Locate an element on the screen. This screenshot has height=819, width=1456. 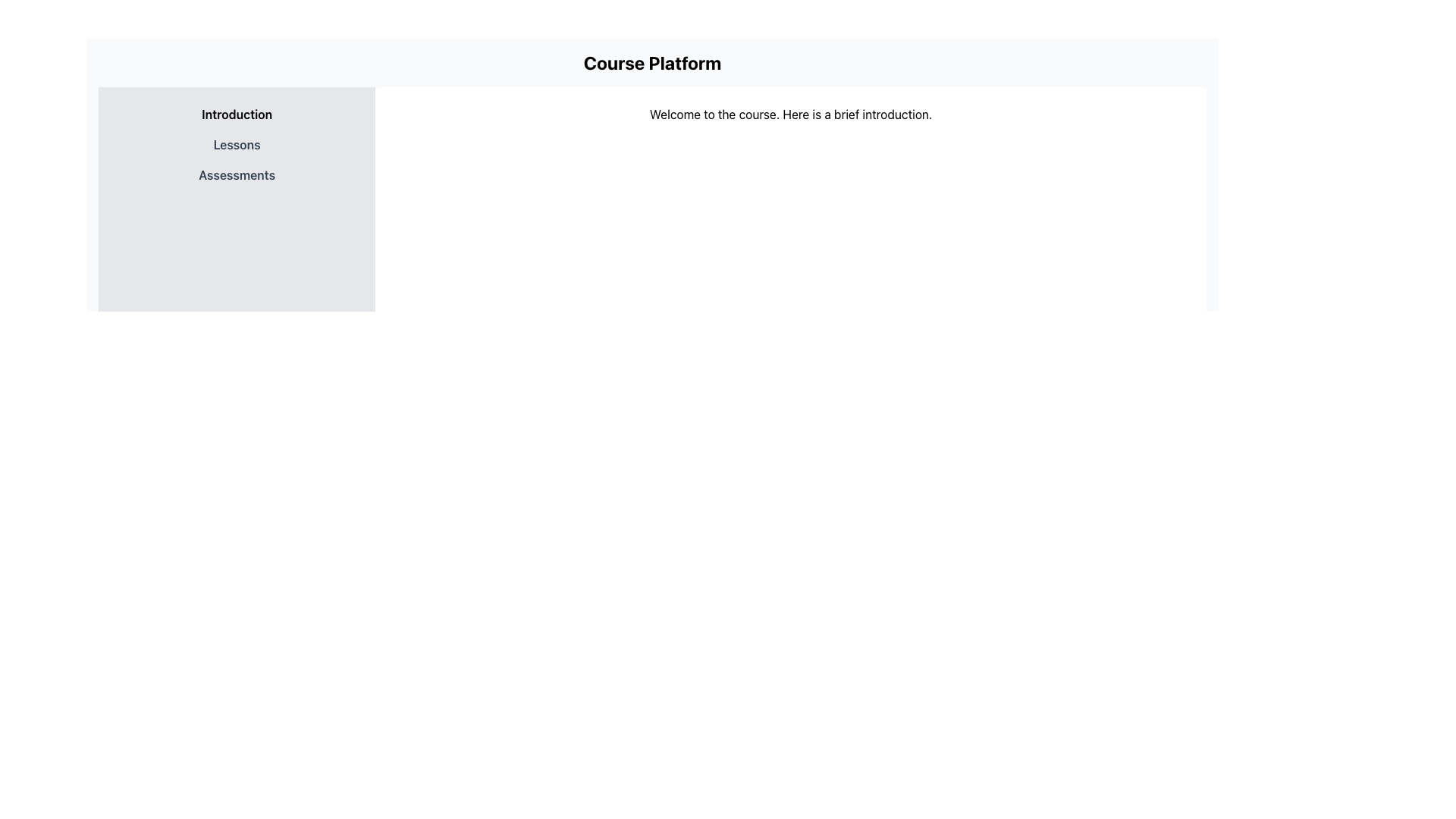
the 'Lessons' text menu item located in the left-aligned sidebar is located at coordinates (236, 145).